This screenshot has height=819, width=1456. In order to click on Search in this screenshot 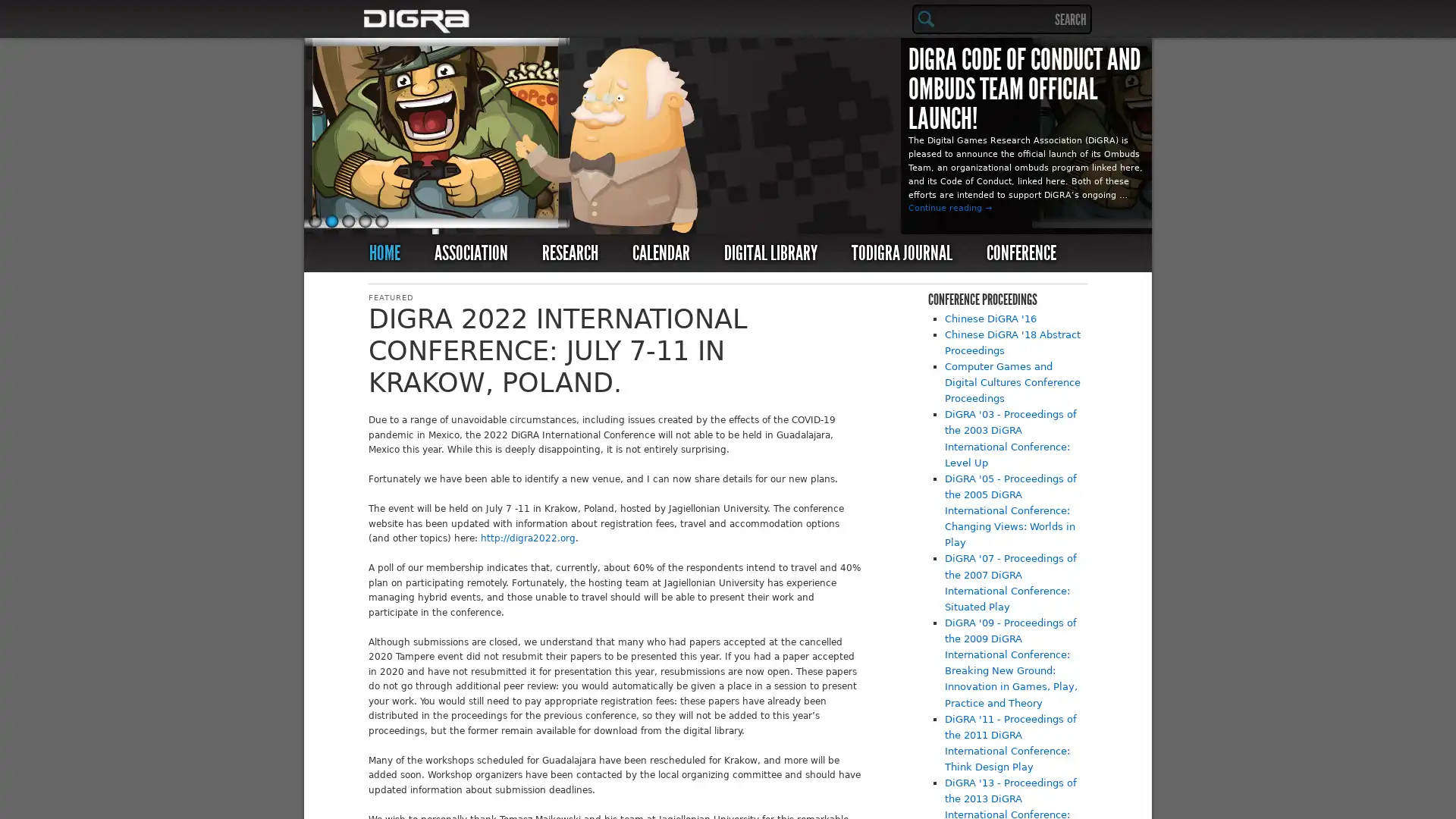, I will do `click(925, 19)`.